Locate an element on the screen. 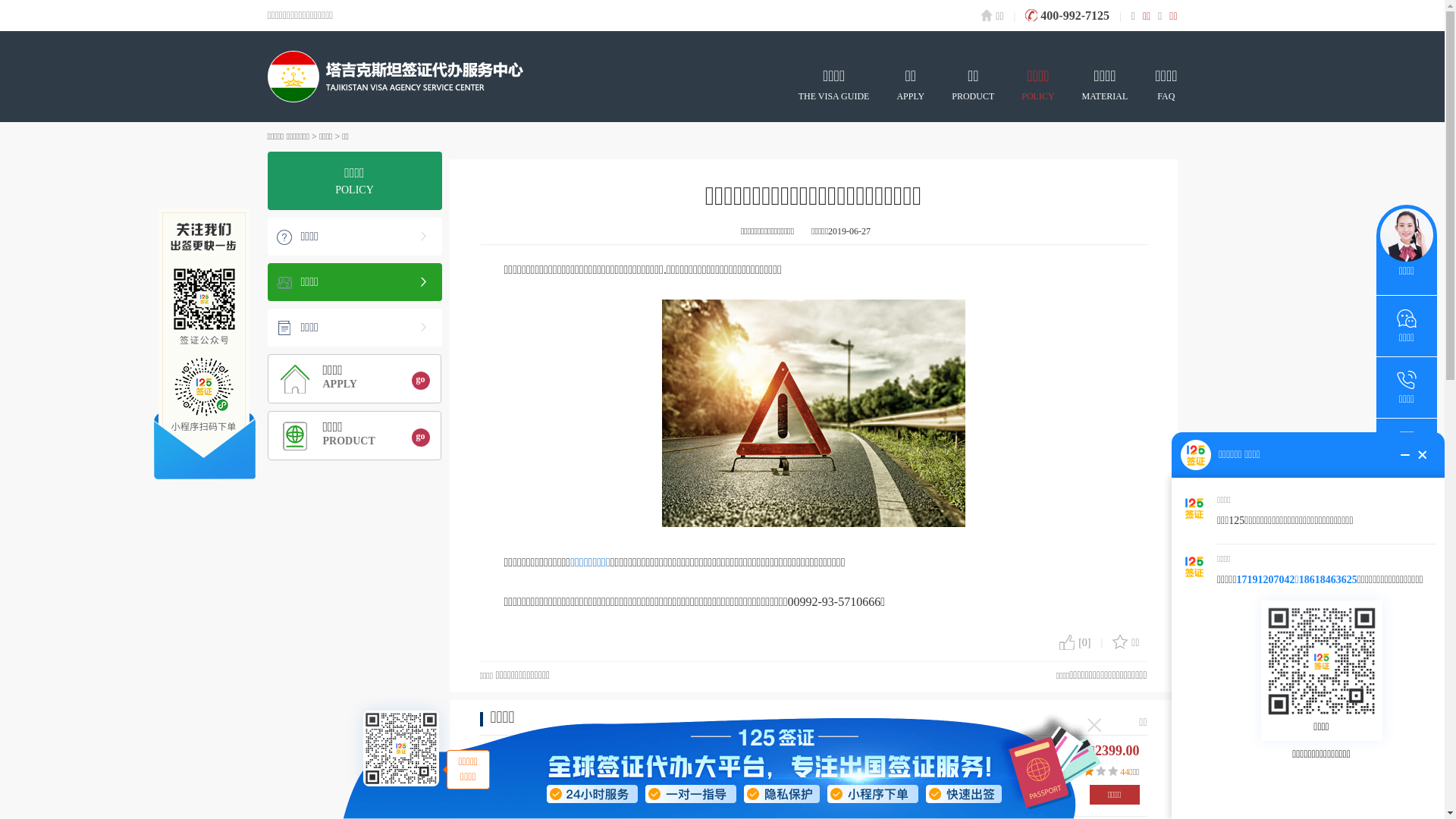  '[0]' is located at coordinates (1074, 642).